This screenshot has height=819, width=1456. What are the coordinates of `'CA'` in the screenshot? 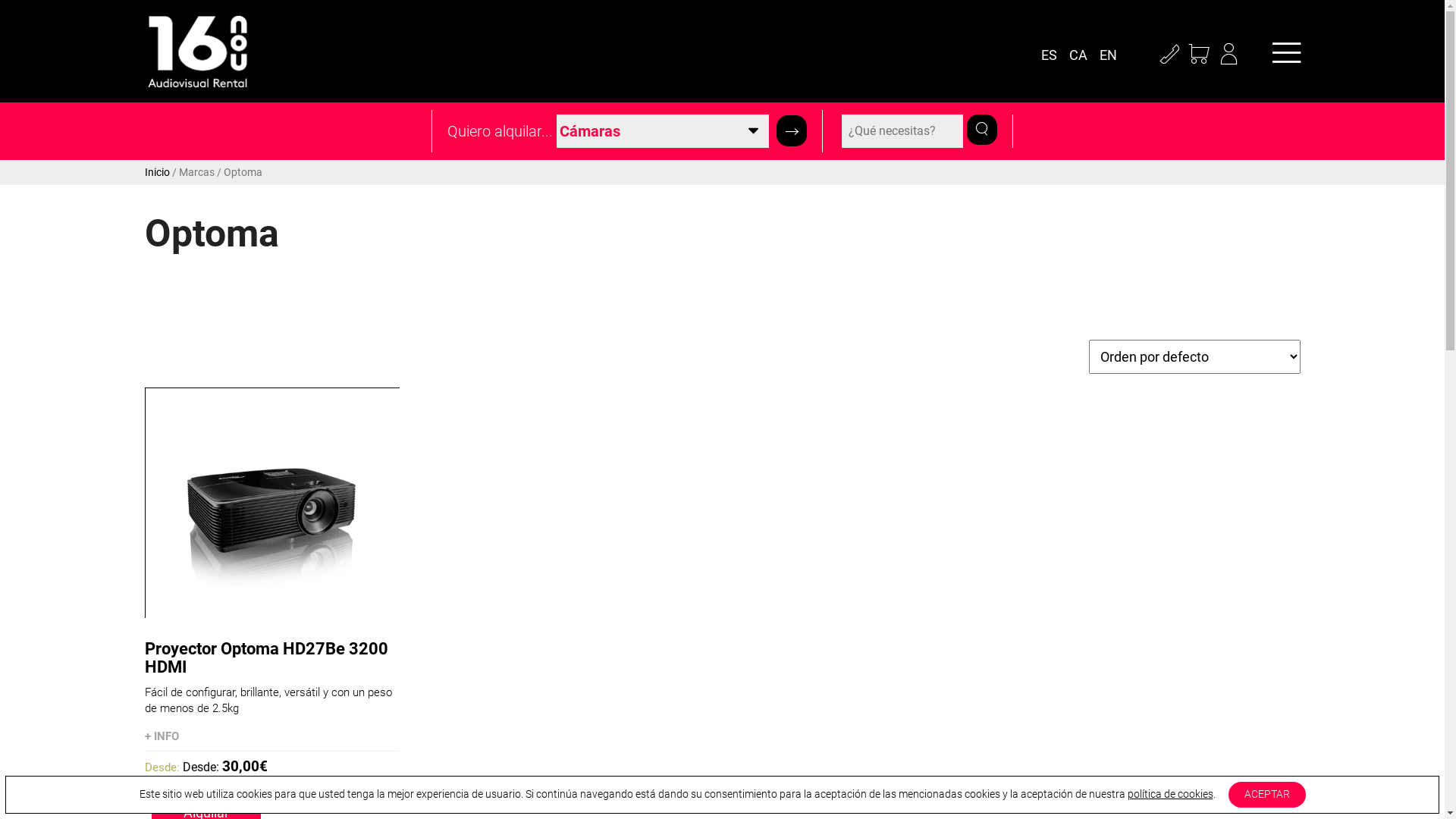 It's located at (1081, 55).